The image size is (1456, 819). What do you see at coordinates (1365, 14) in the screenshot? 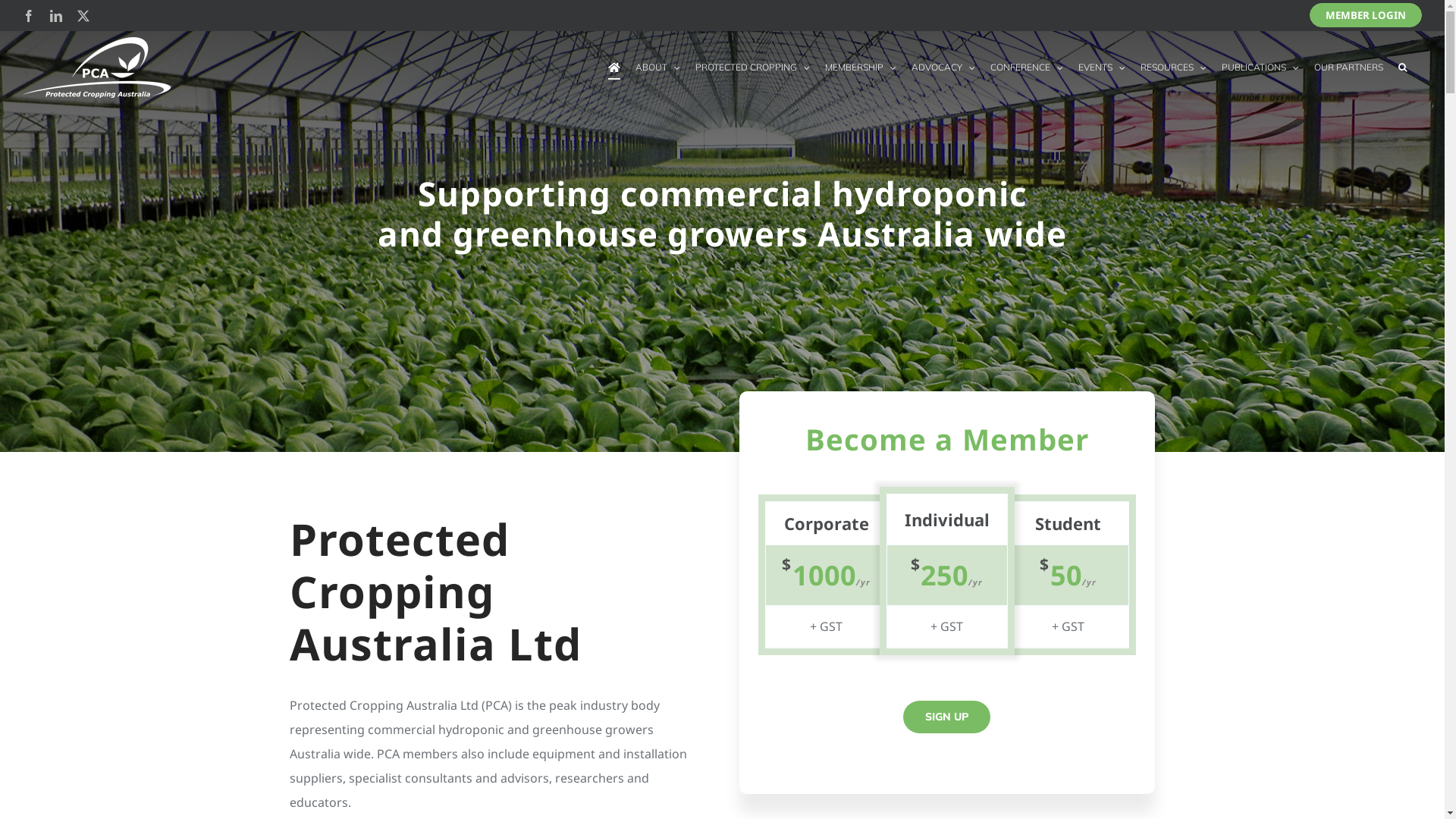
I see `'MEMBER LOGIN'` at bounding box center [1365, 14].